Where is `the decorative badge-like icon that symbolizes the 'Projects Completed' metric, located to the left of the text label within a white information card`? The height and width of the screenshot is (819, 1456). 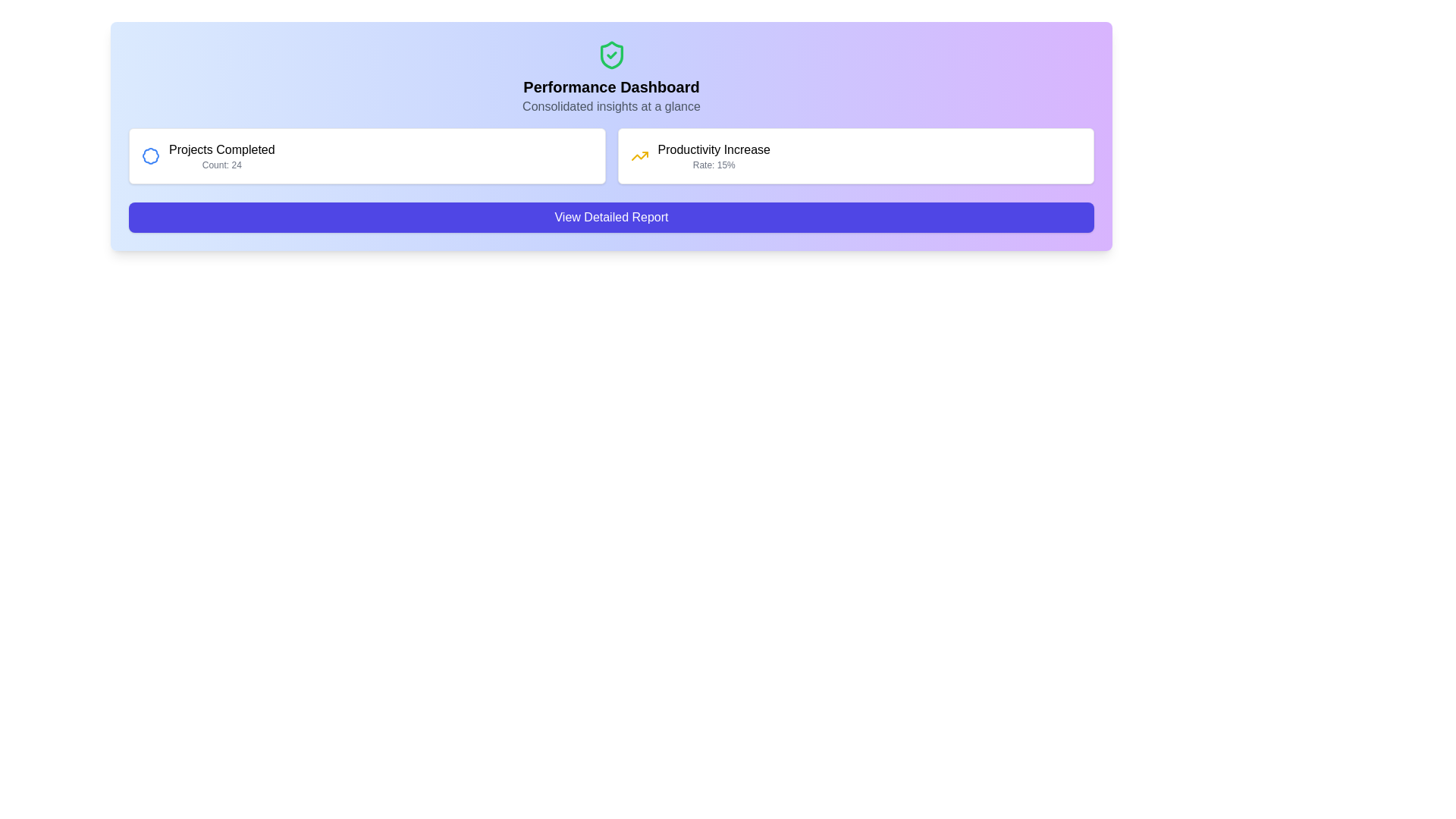
the decorative badge-like icon that symbolizes the 'Projects Completed' metric, located to the left of the text label within a white information card is located at coordinates (150, 155).